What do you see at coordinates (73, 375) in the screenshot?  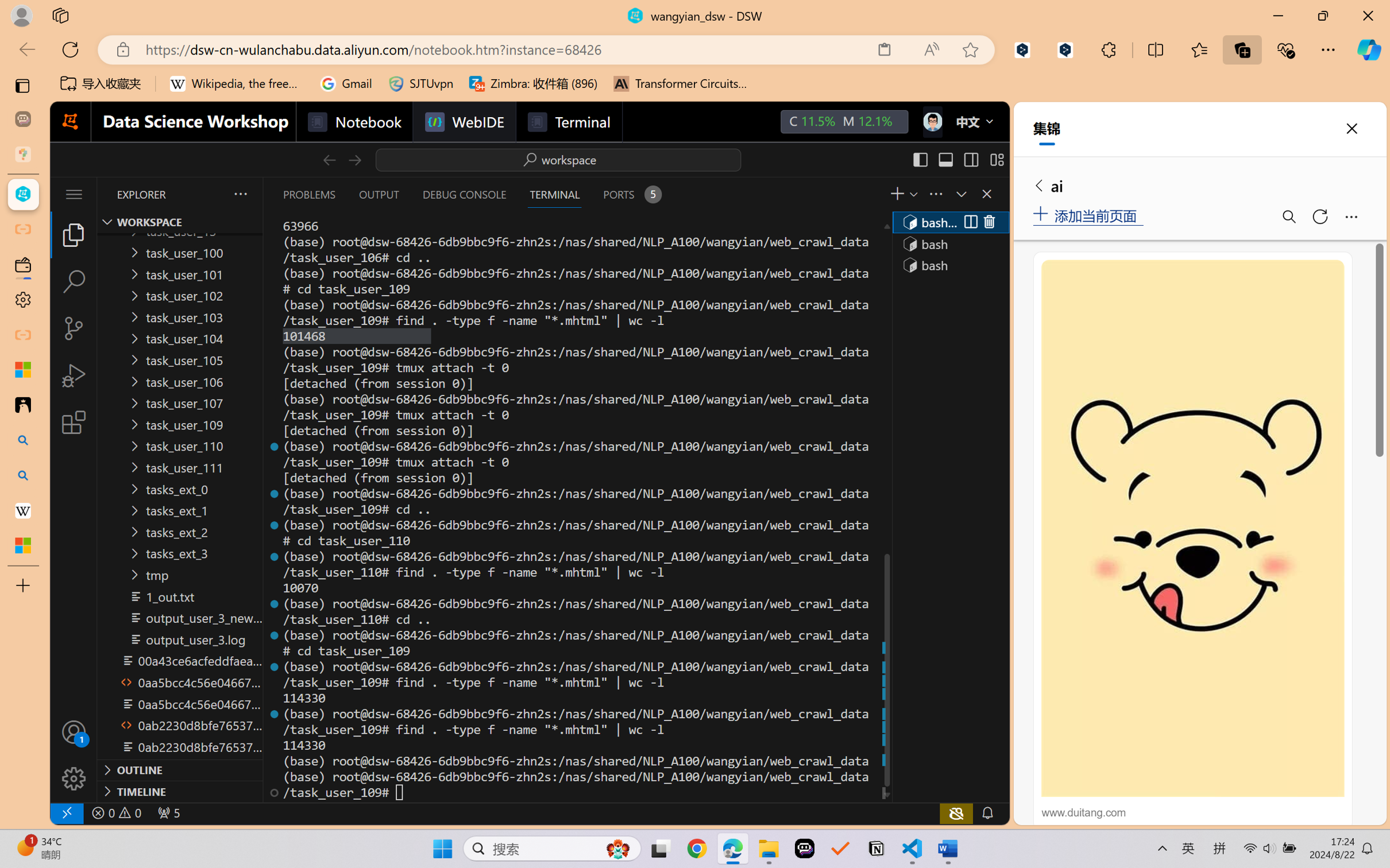 I see `'Run and Debug (Ctrl+Shift+D)'` at bounding box center [73, 375].